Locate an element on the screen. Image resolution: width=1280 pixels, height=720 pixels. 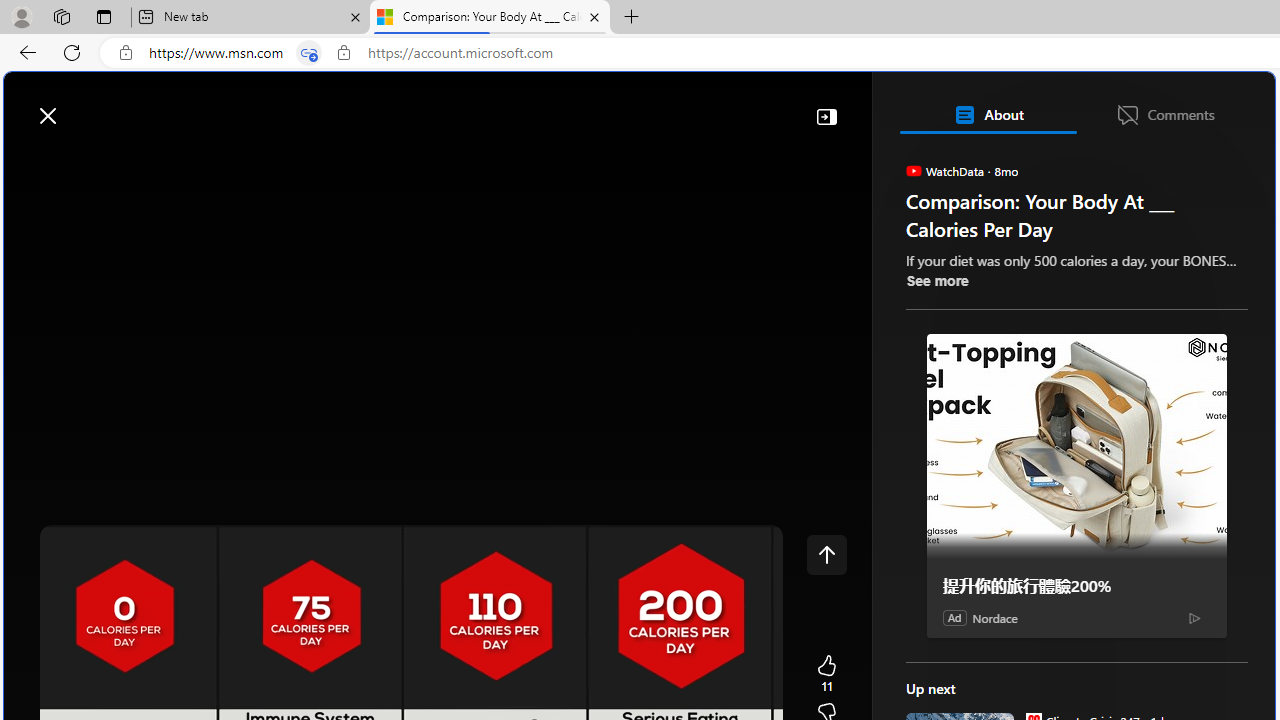
'Personal Profile' is located at coordinates (21, 16).